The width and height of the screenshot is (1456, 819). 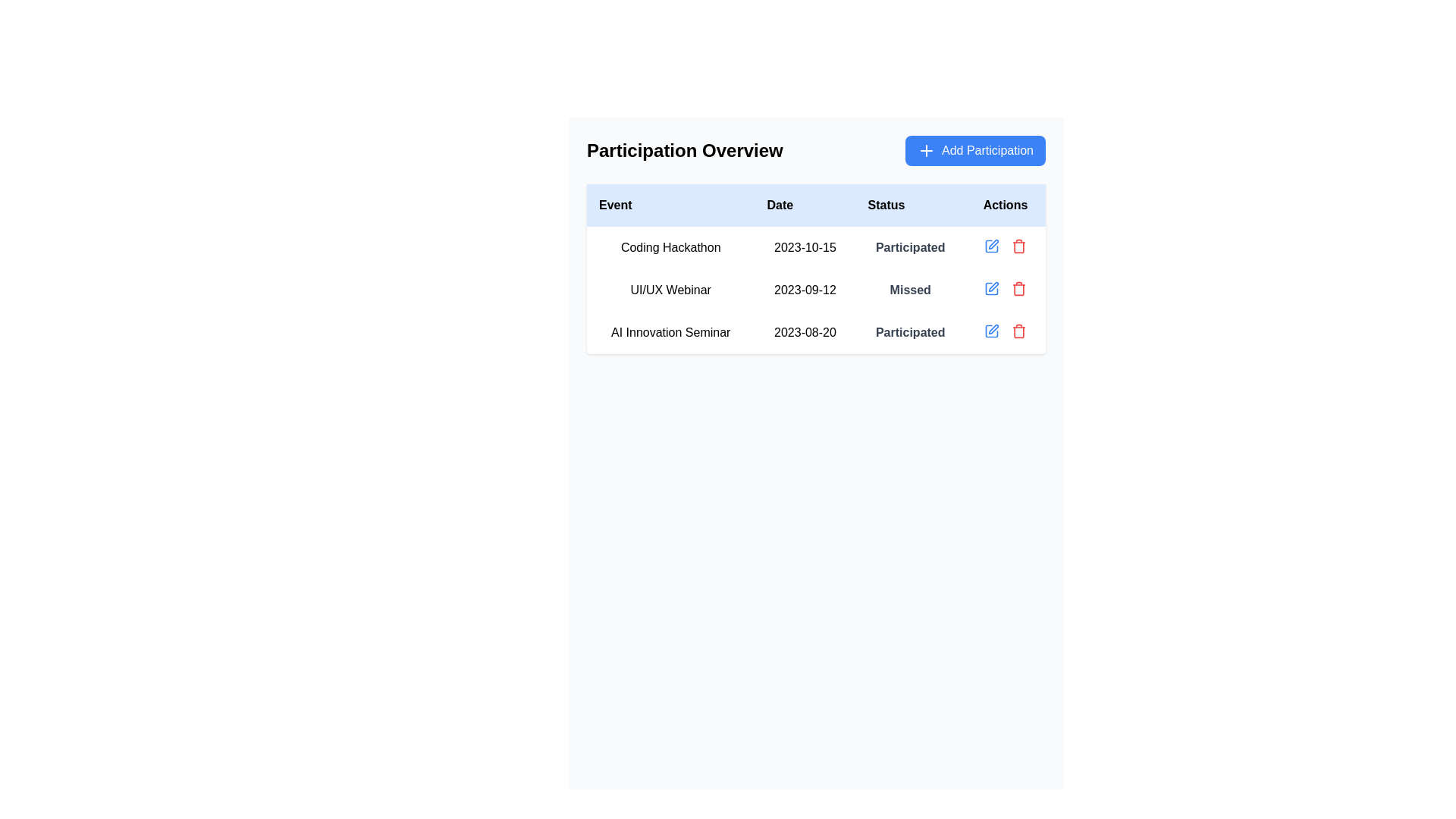 What do you see at coordinates (1019, 290) in the screenshot?
I see `the delete icon located in the 'Actions' column of the second row in the table` at bounding box center [1019, 290].